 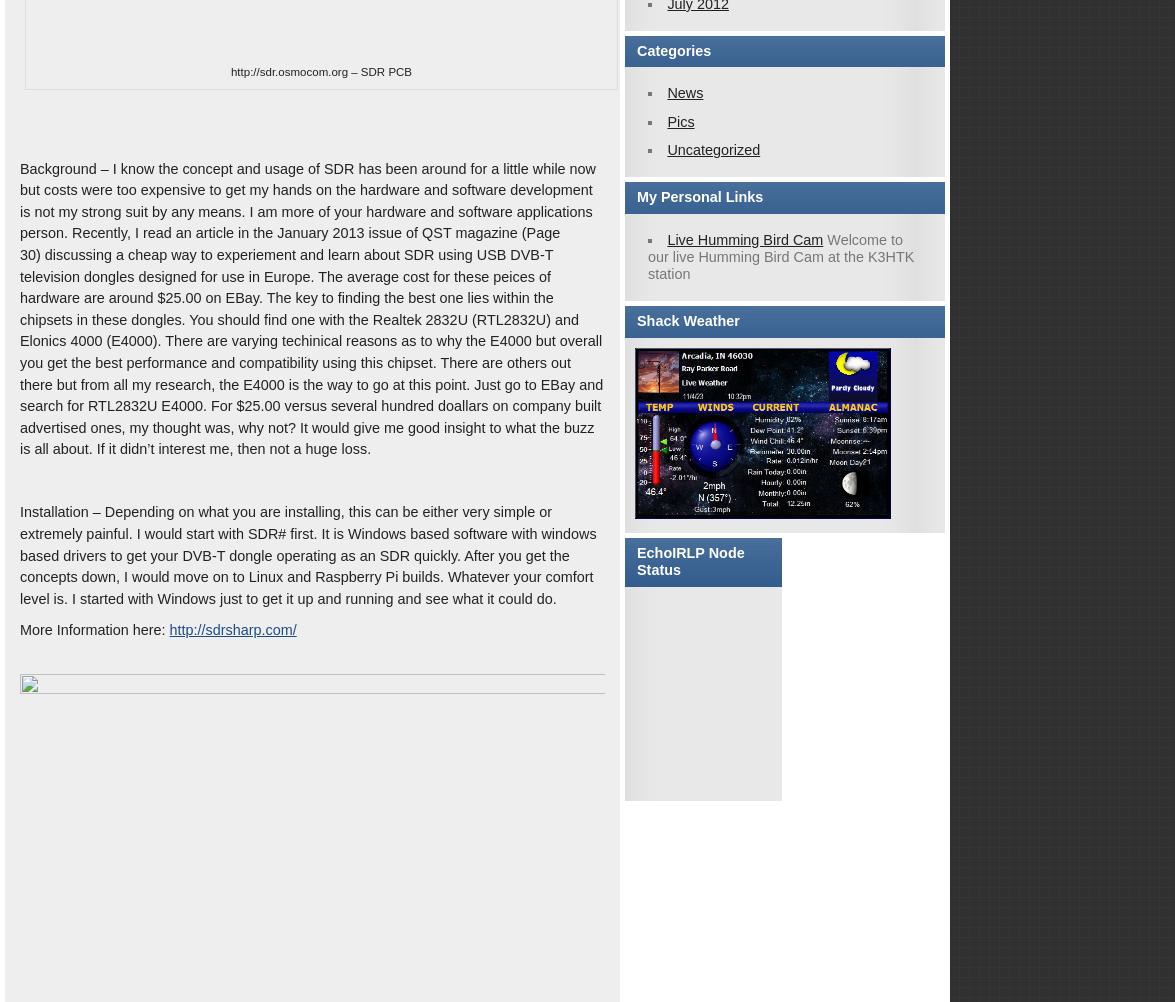 I want to click on 'Uncategorized', so click(x=712, y=148).